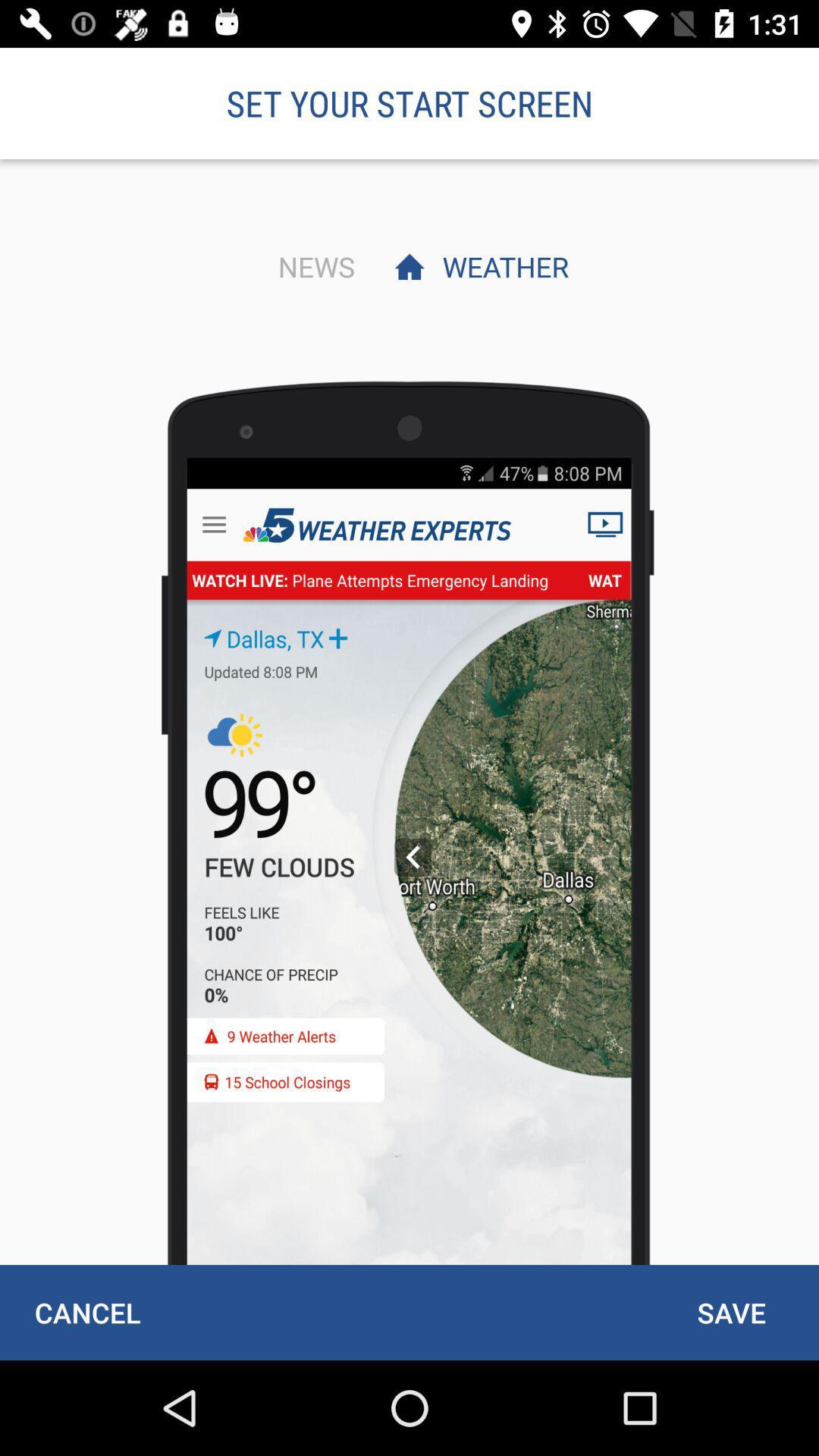  What do you see at coordinates (87, 1312) in the screenshot?
I see `the item to the left of save` at bounding box center [87, 1312].